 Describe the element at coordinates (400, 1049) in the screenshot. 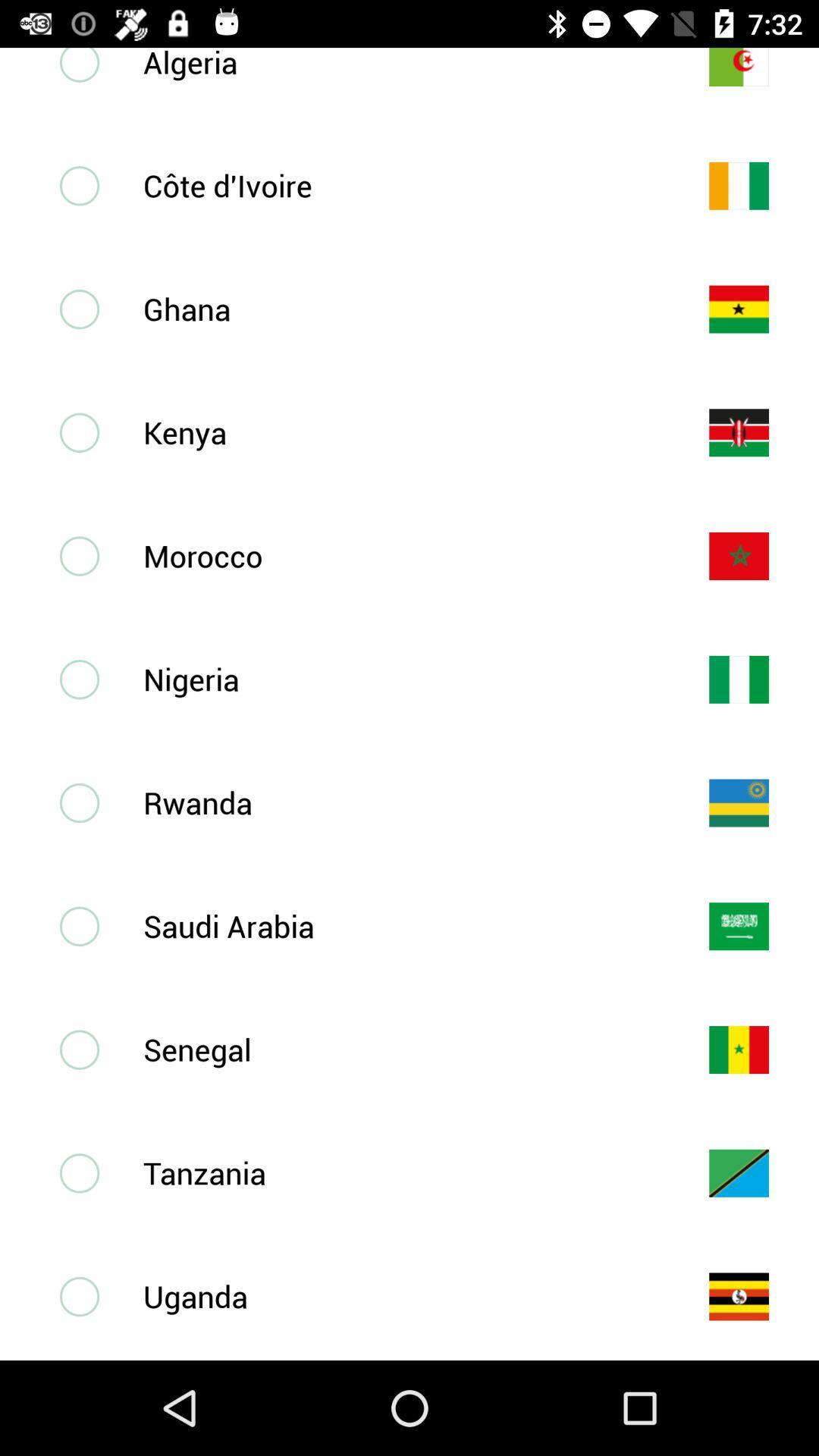

I see `senegal icon` at that location.